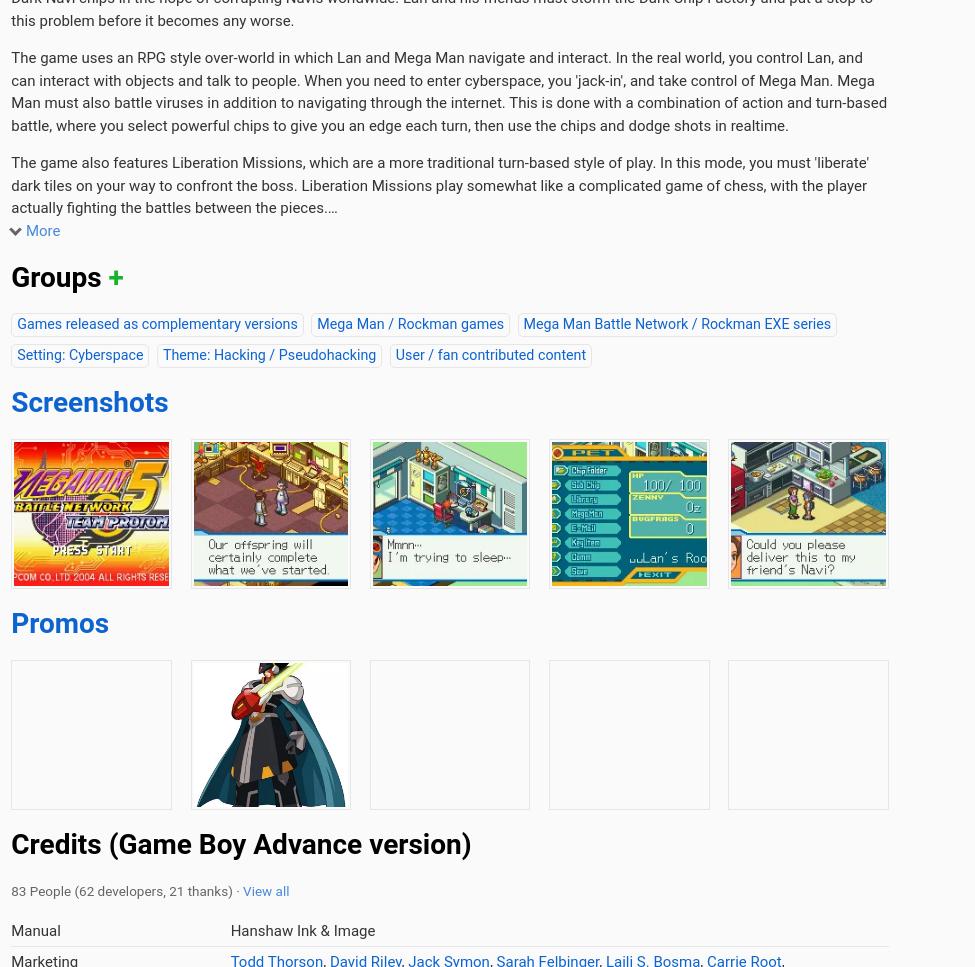 The height and width of the screenshot is (967, 975). What do you see at coordinates (854, 184) in the screenshot?
I see `'Video'` at bounding box center [854, 184].